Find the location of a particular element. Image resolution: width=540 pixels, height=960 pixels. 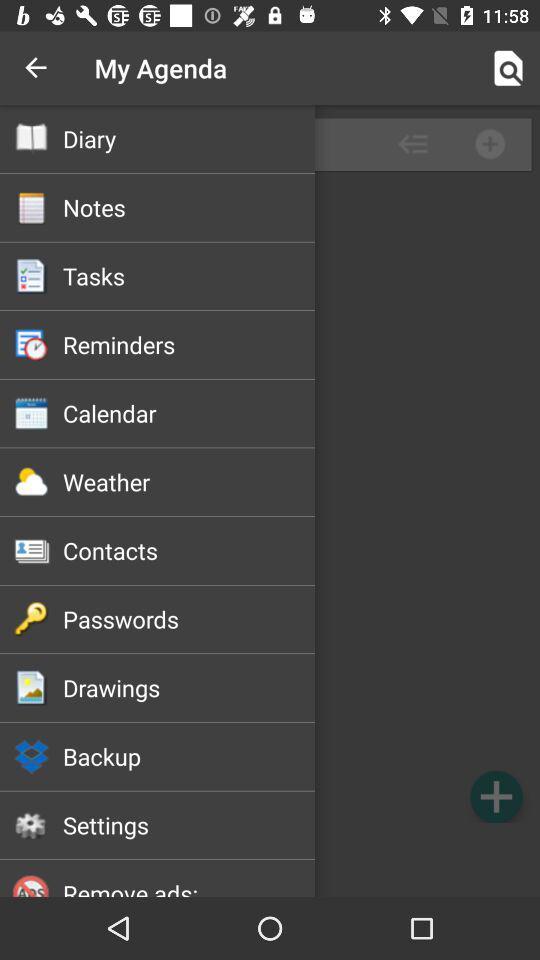

backup icon is located at coordinates (189, 755).